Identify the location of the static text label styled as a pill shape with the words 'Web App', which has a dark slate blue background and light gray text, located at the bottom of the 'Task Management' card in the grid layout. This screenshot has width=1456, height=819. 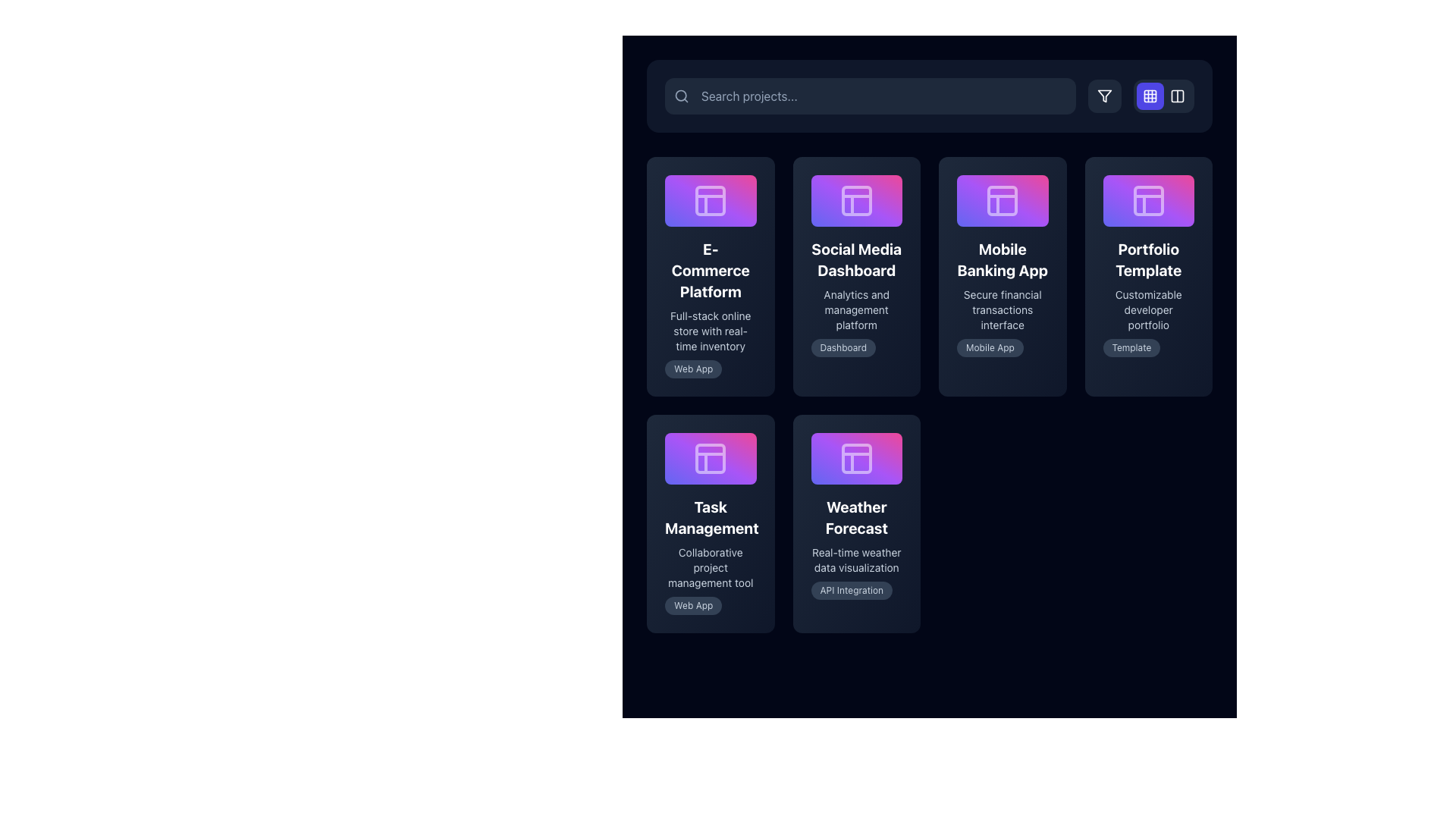
(692, 604).